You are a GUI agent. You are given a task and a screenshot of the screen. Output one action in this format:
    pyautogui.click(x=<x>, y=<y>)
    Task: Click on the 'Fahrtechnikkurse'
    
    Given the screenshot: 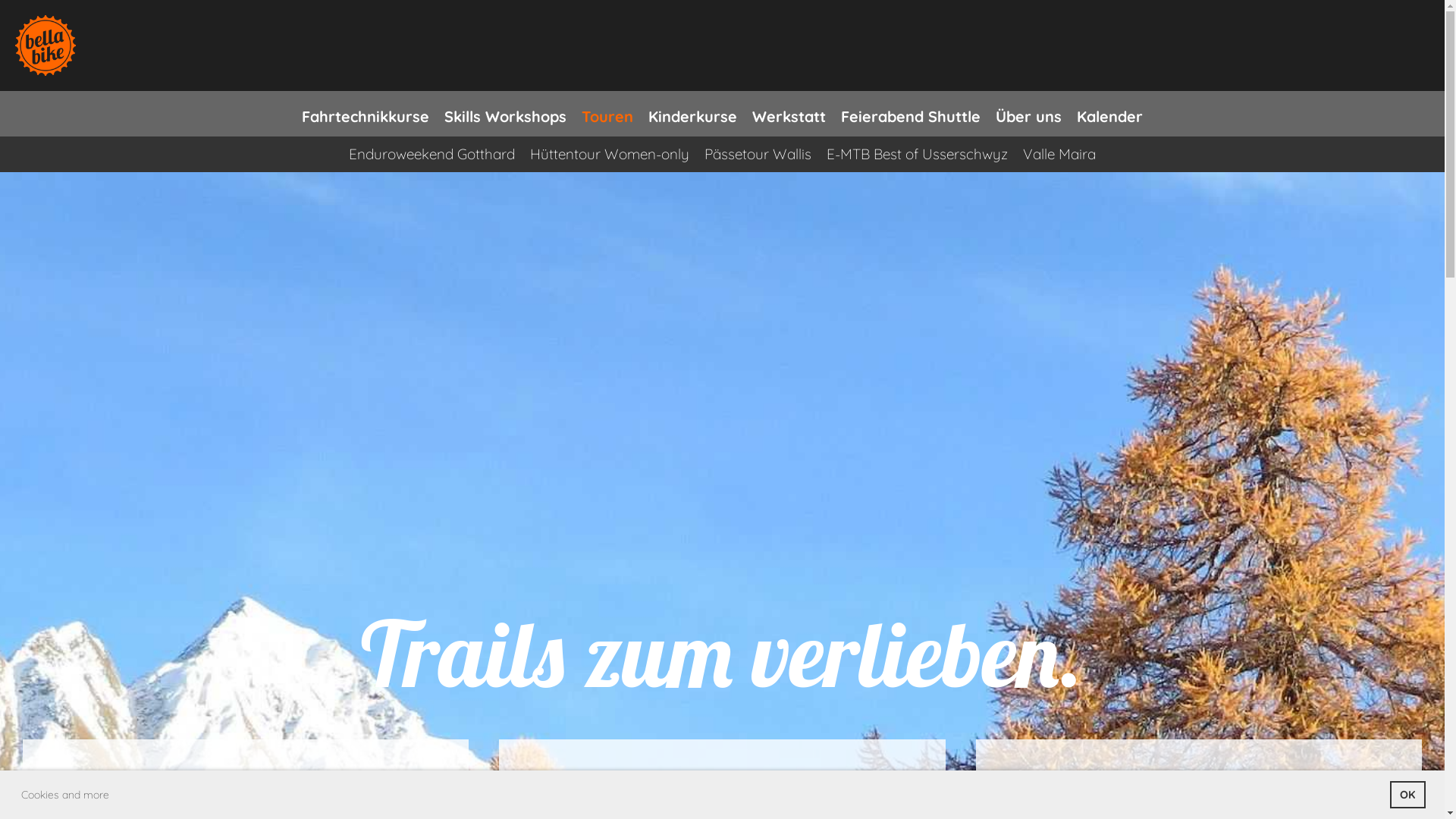 What is the action you would take?
    pyautogui.click(x=365, y=113)
    